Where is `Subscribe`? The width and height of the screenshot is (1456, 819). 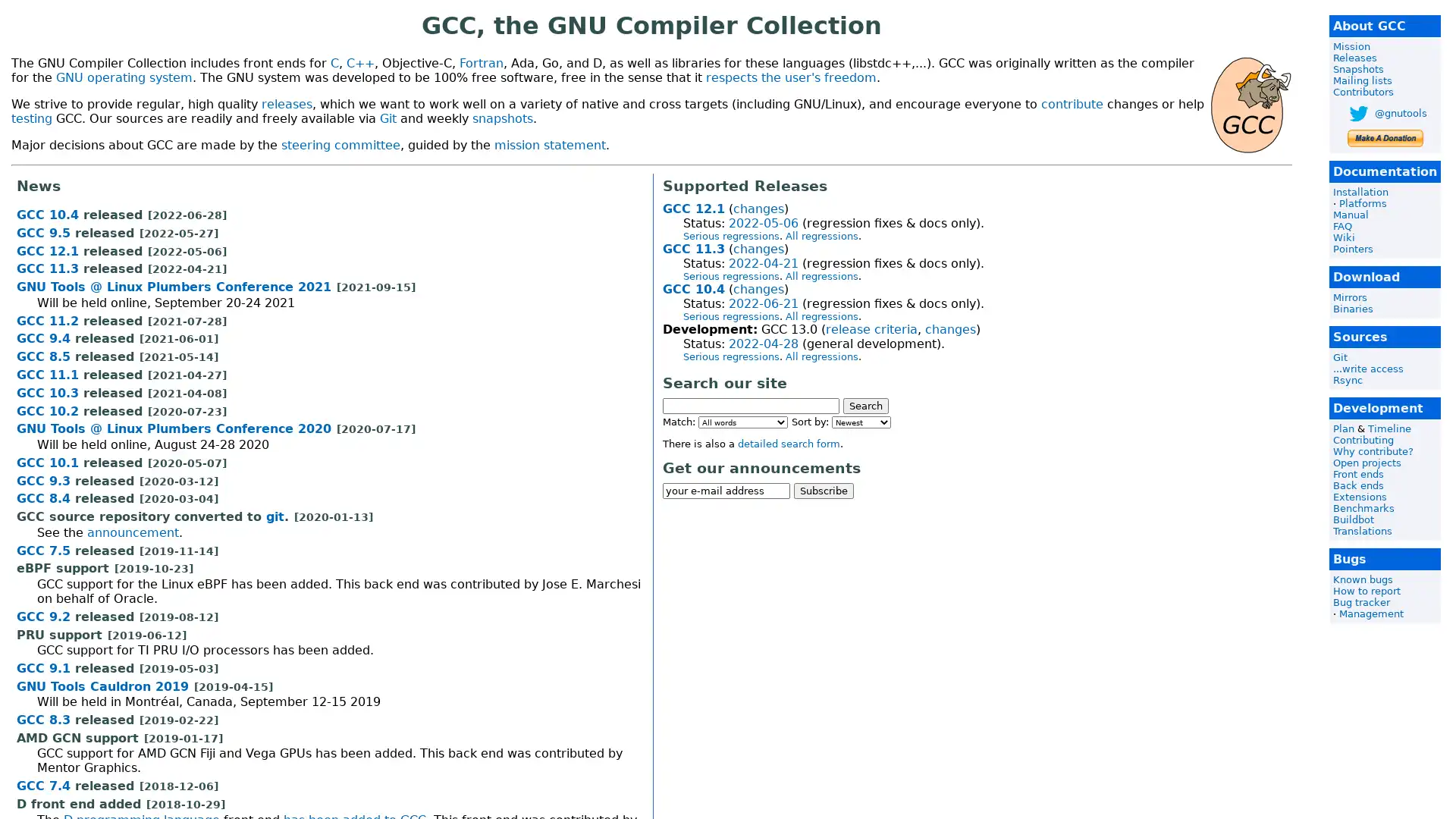 Subscribe is located at coordinates (822, 490).